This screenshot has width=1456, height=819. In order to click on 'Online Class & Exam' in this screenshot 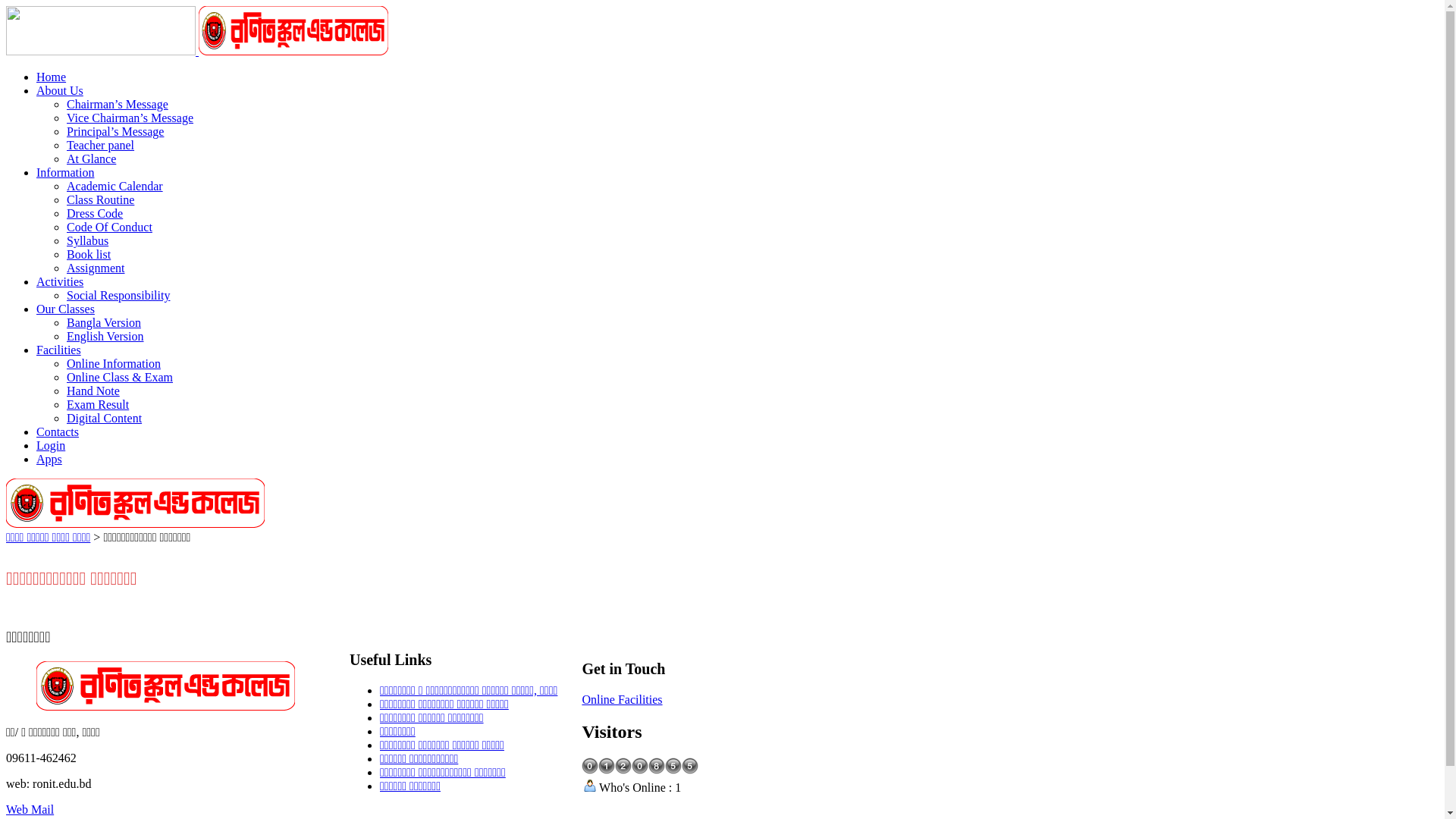, I will do `click(119, 376)`.